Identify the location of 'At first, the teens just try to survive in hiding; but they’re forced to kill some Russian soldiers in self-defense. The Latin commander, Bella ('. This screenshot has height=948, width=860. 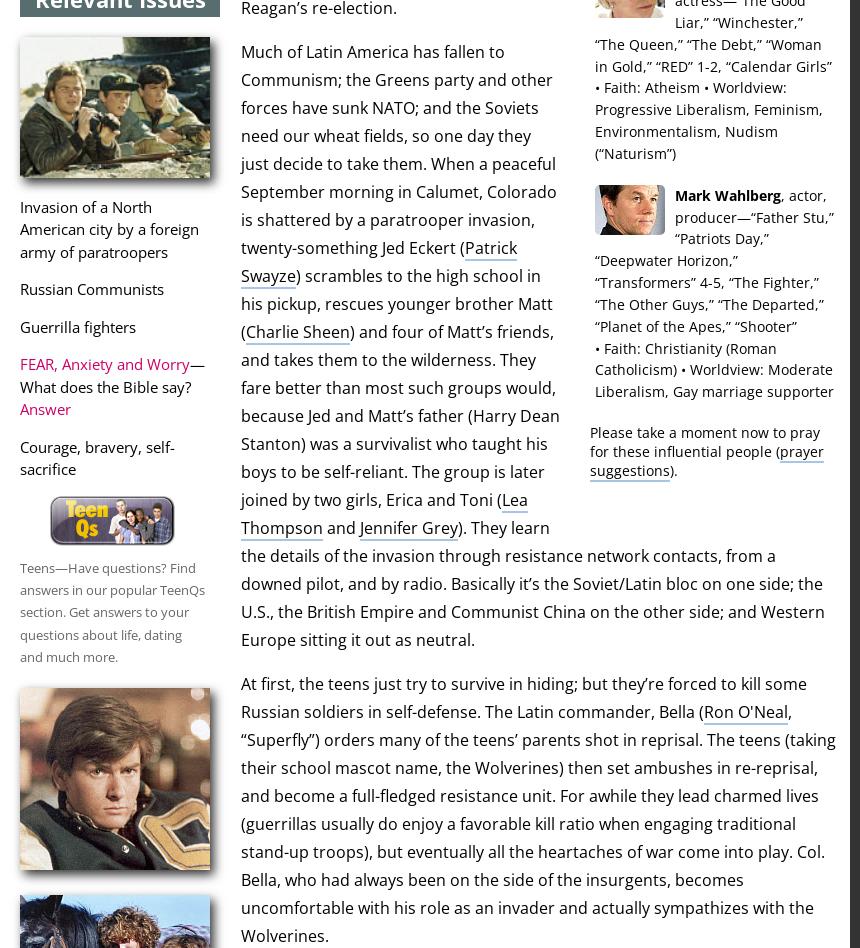
(522, 697).